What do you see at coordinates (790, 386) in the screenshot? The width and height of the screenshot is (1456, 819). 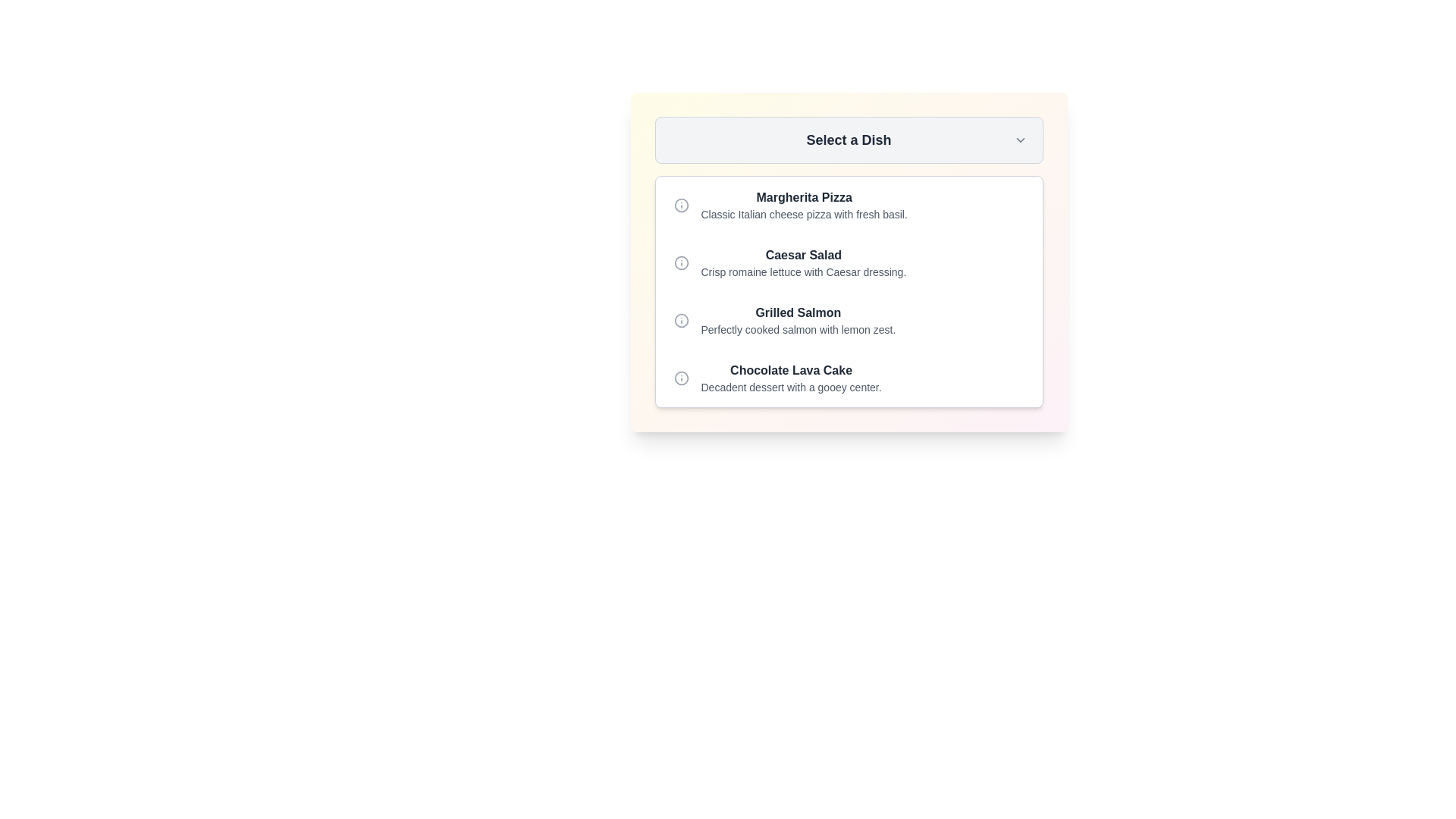 I see `description text for the 'Chocolate Lava Cake' dish, located below the title within the 'Select a Dish' section as the fourth item in the list` at bounding box center [790, 386].